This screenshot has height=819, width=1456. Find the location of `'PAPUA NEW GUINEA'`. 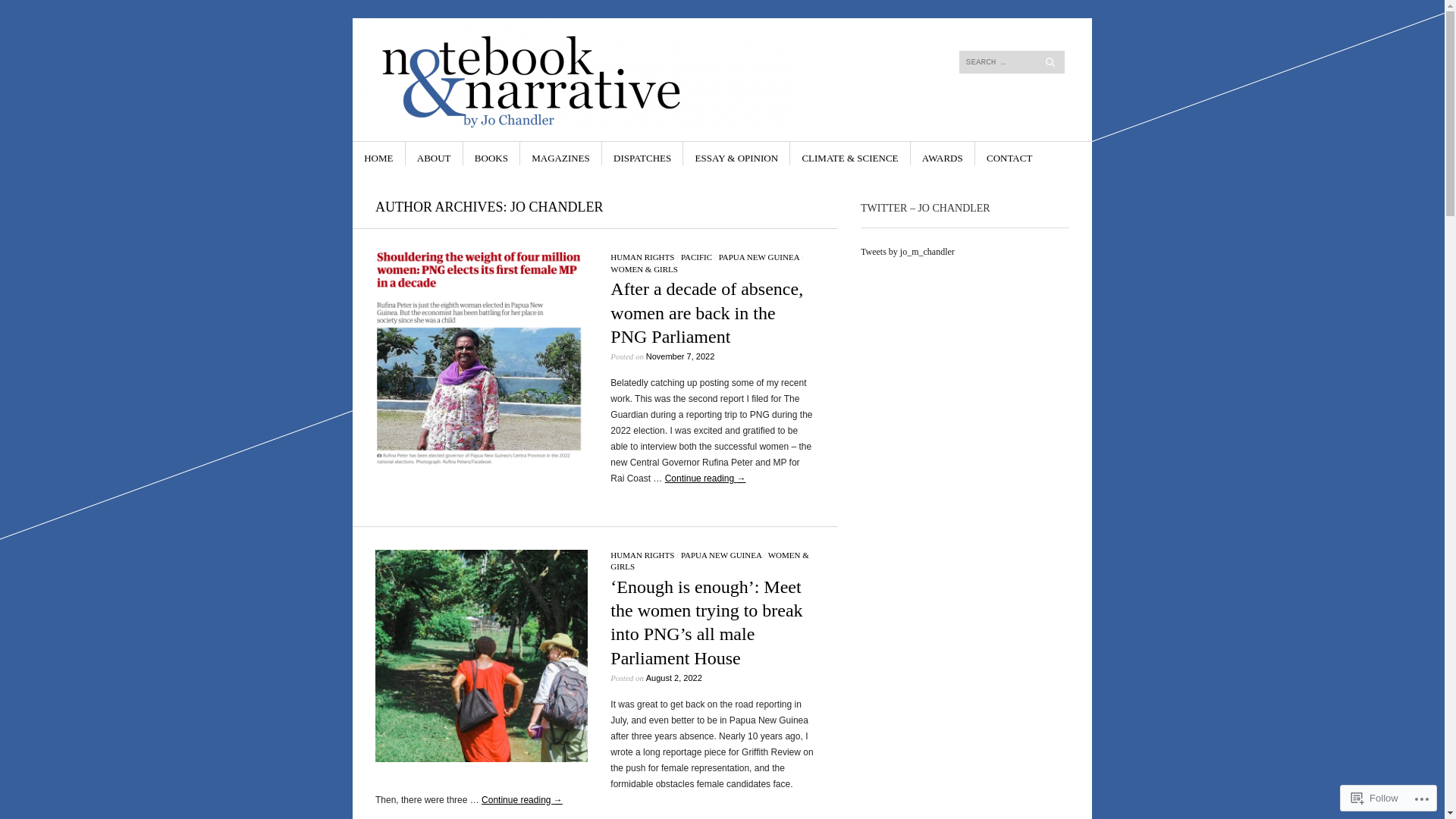

'PAPUA NEW GUINEA' is located at coordinates (720, 555).